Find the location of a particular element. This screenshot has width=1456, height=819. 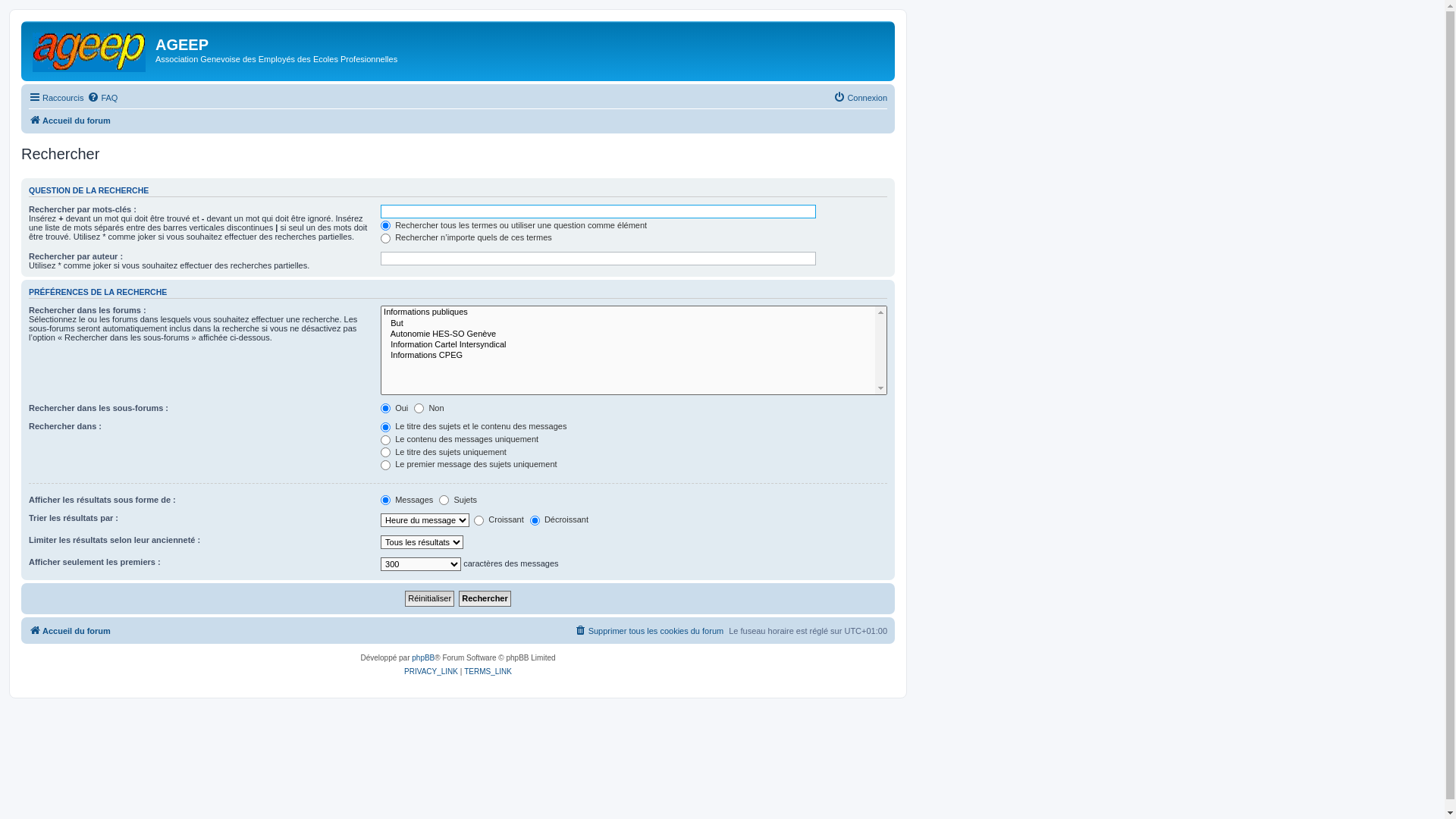

'phpBB' is located at coordinates (422, 657).